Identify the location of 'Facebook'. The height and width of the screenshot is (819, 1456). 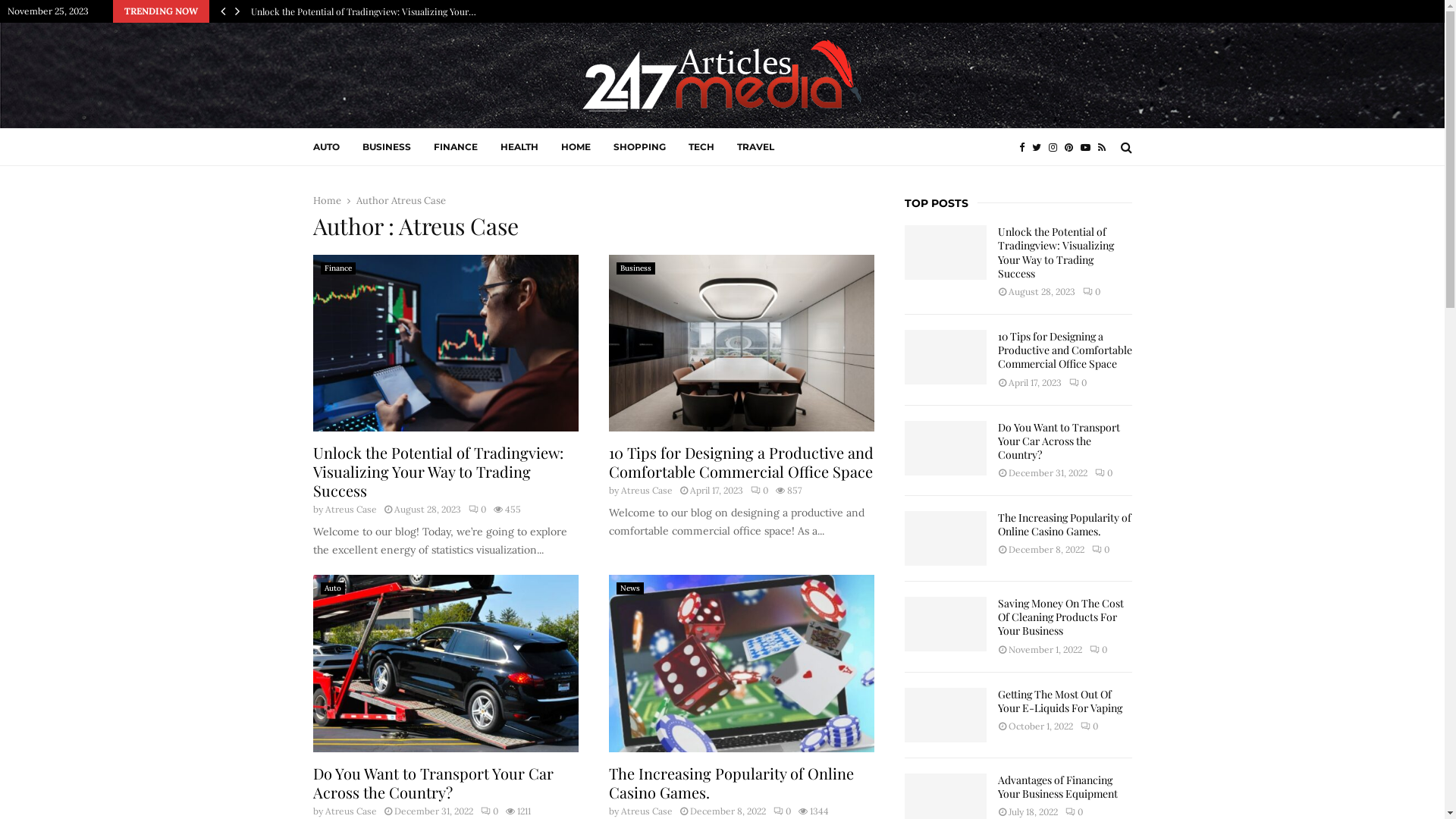
(1025, 147).